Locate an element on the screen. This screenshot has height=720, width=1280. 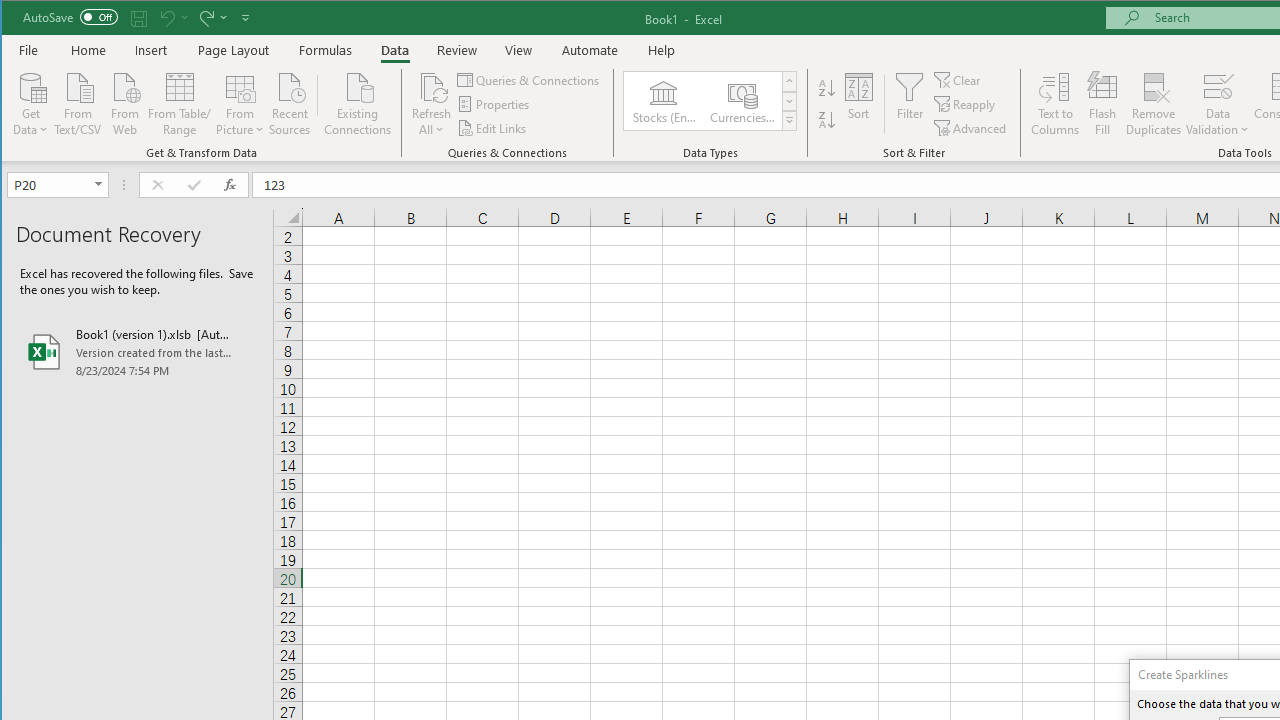
'Flash Fill' is located at coordinates (1101, 104).